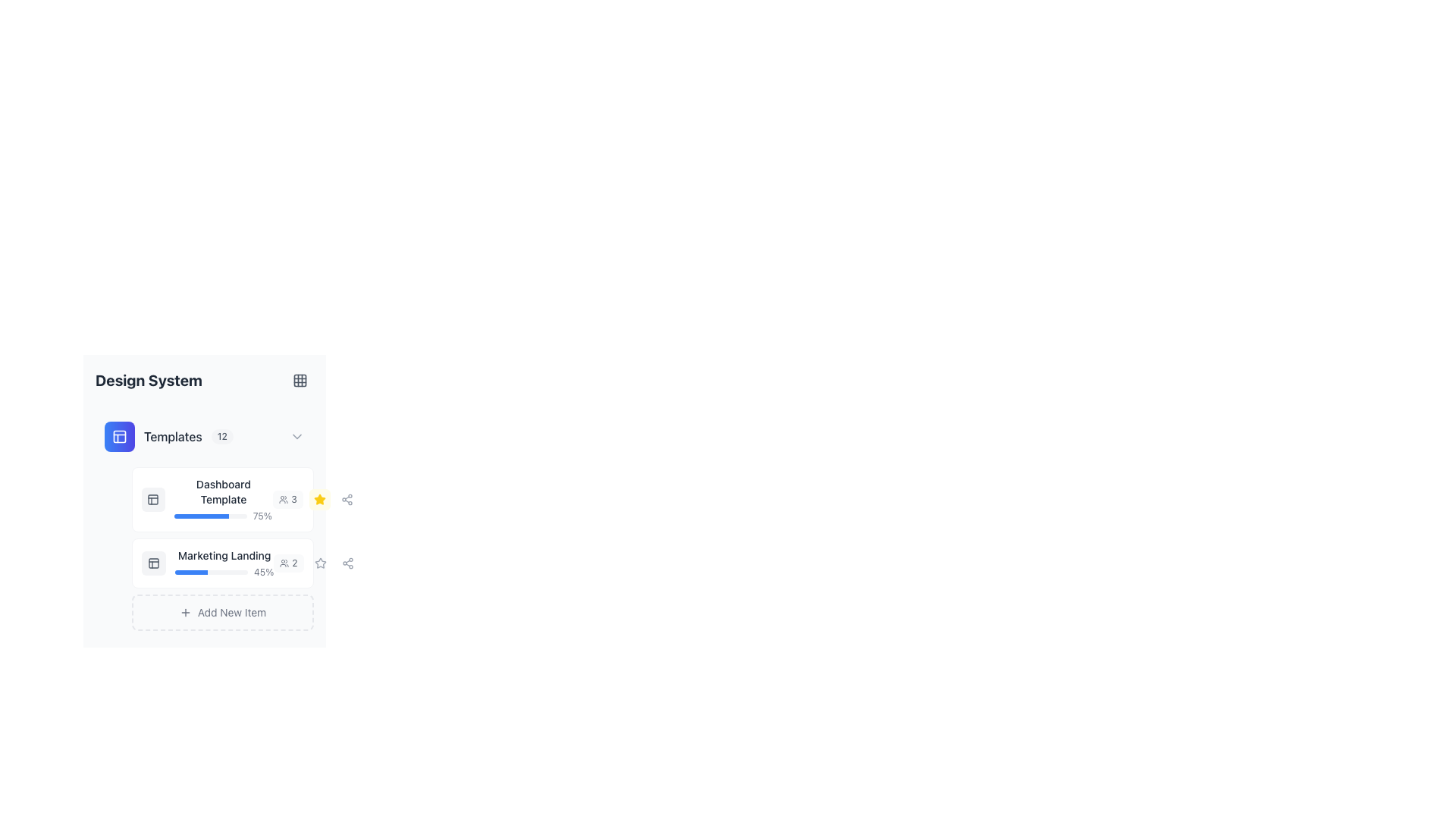 The height and width of the screenshot is (819, 1456). What do you see at coordinates (284, 563) in the screenshot?
I see `the user icon representing the number of people associated with the 'Marketing Landing' template, located below the 'Dashboard Template' item` at bounding box center [284, 563].